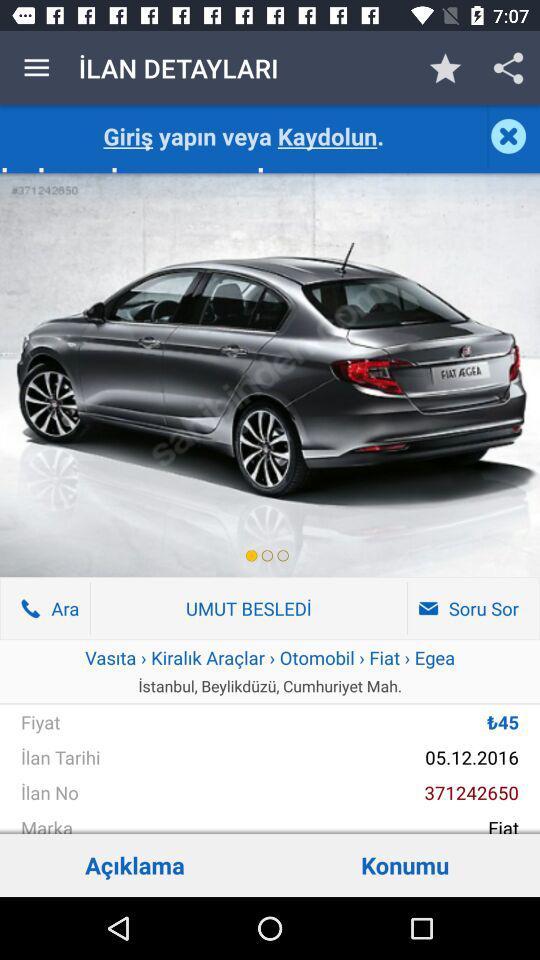 The width and height of the screenshot is (540, 960). I want to click on the close icon, so click(513, 135).